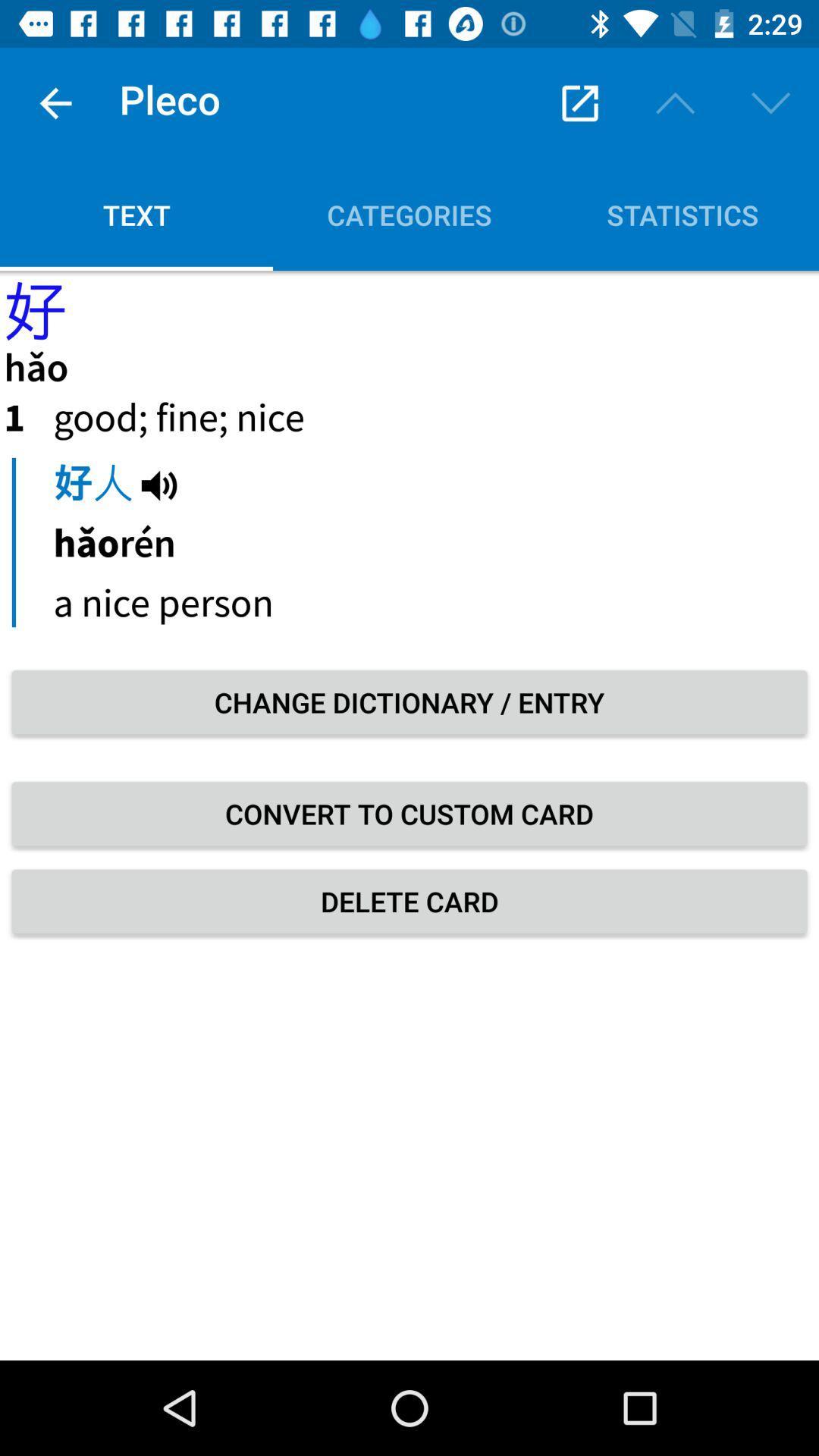  What do you see at coordinates (409, 214) in the screenshot?
I see `the icon next to the text` at bounding box center [409, 214].